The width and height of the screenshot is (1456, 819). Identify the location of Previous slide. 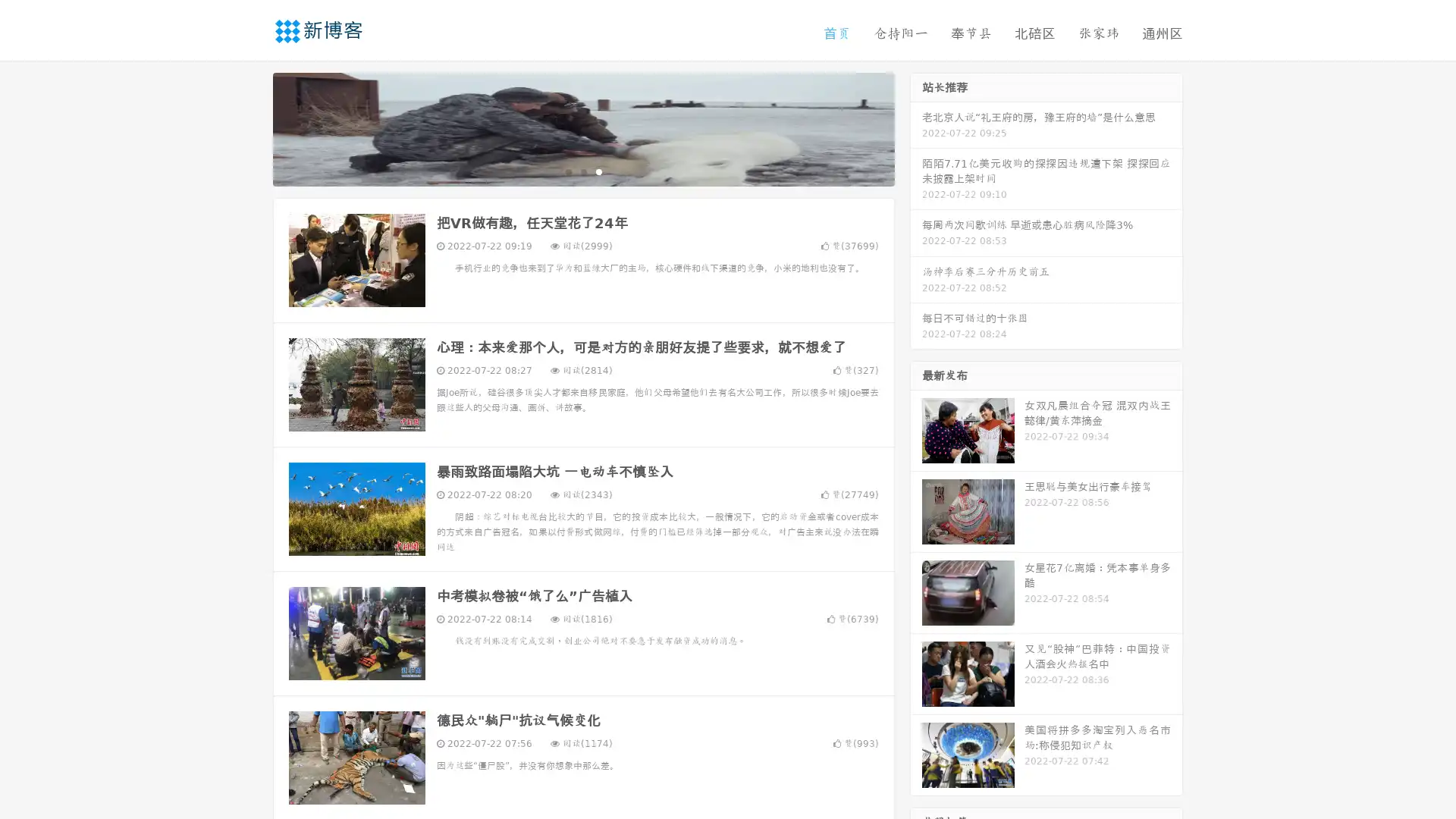
(250, 127).